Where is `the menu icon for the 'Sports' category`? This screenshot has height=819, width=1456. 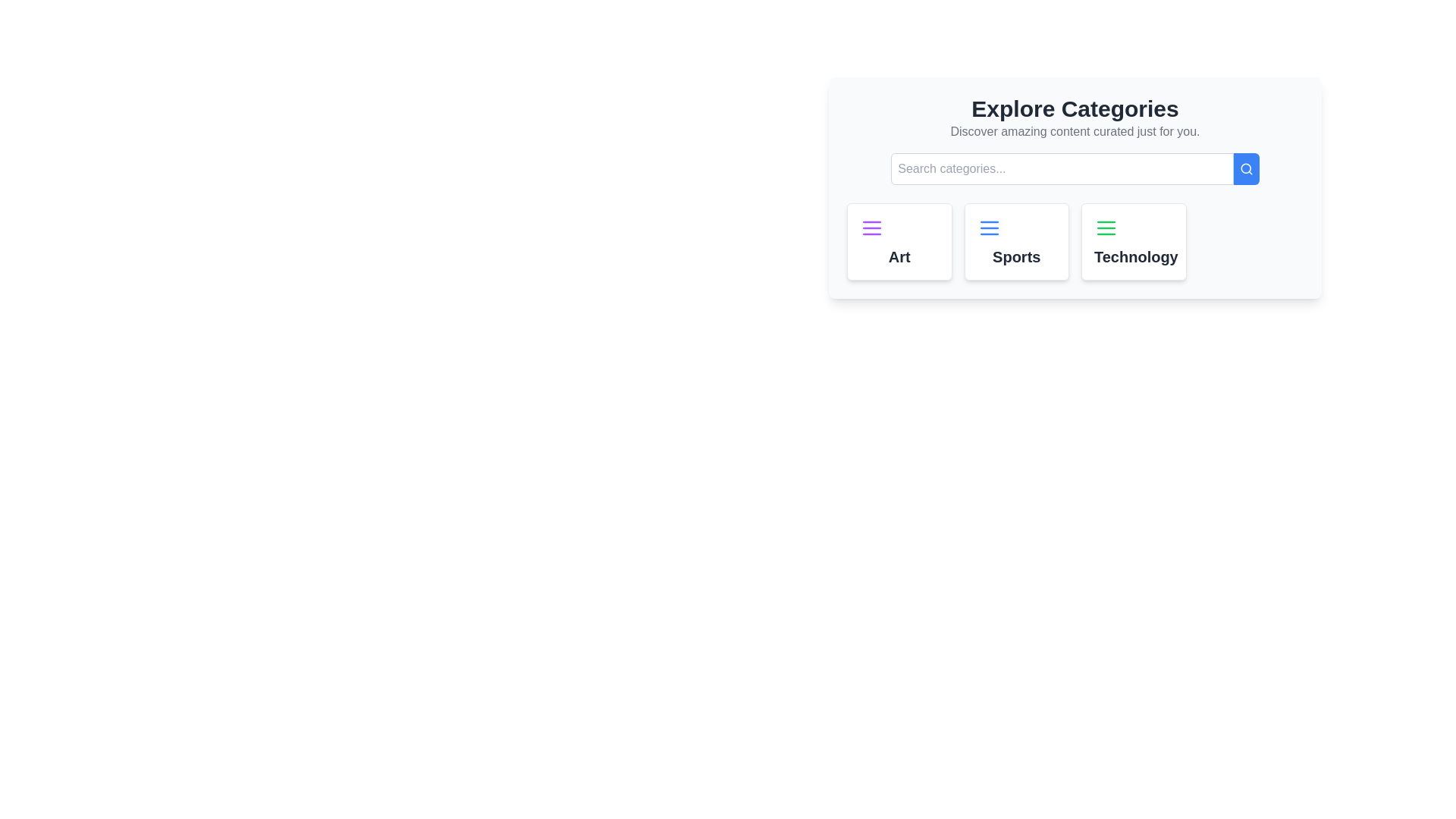 the menu icon for the 'Sports' category is located at coordinates (989, 227).